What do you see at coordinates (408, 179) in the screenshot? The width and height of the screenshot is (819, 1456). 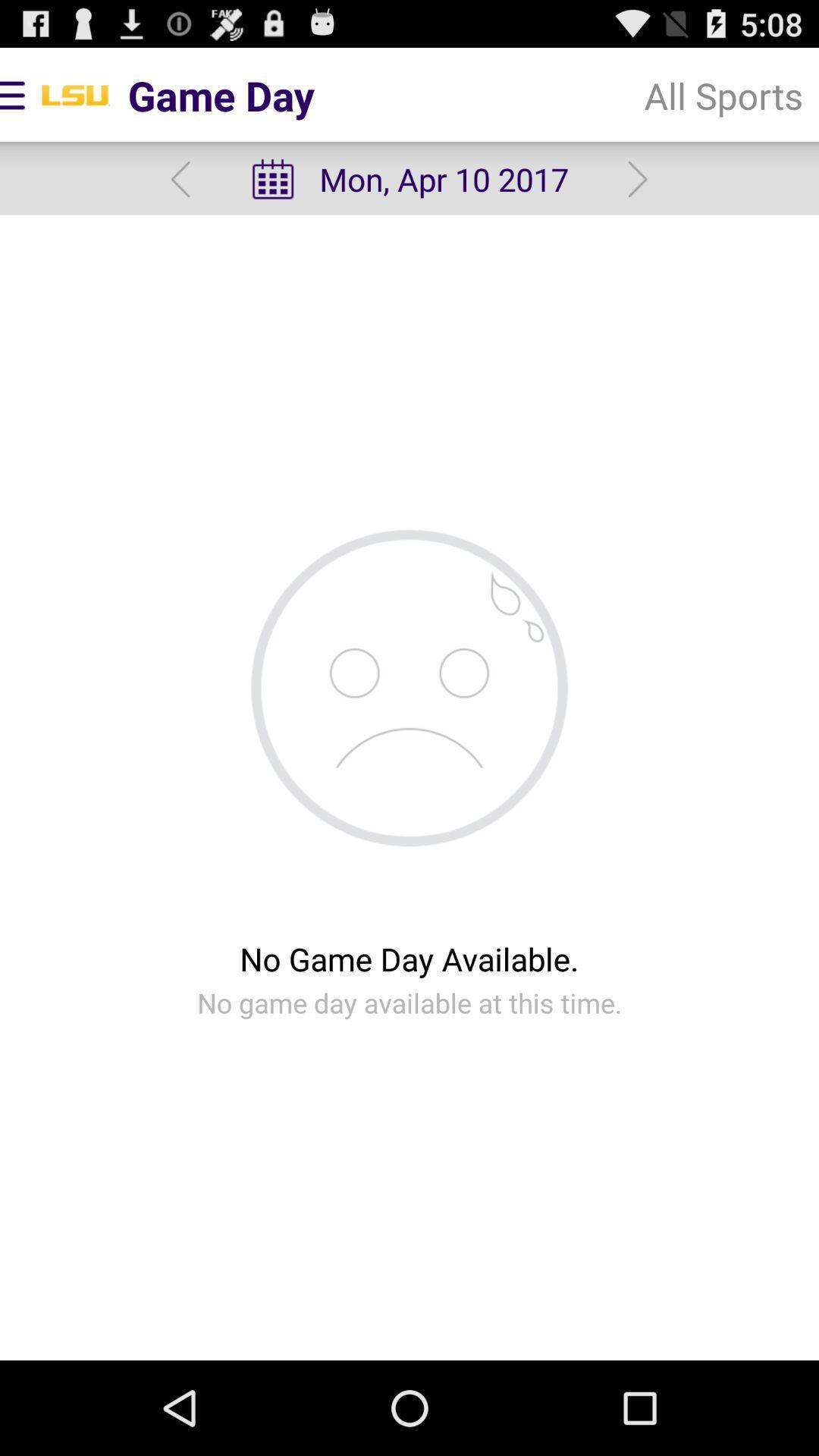 I see `the item below the game day item` at bounding box center [408, 179].